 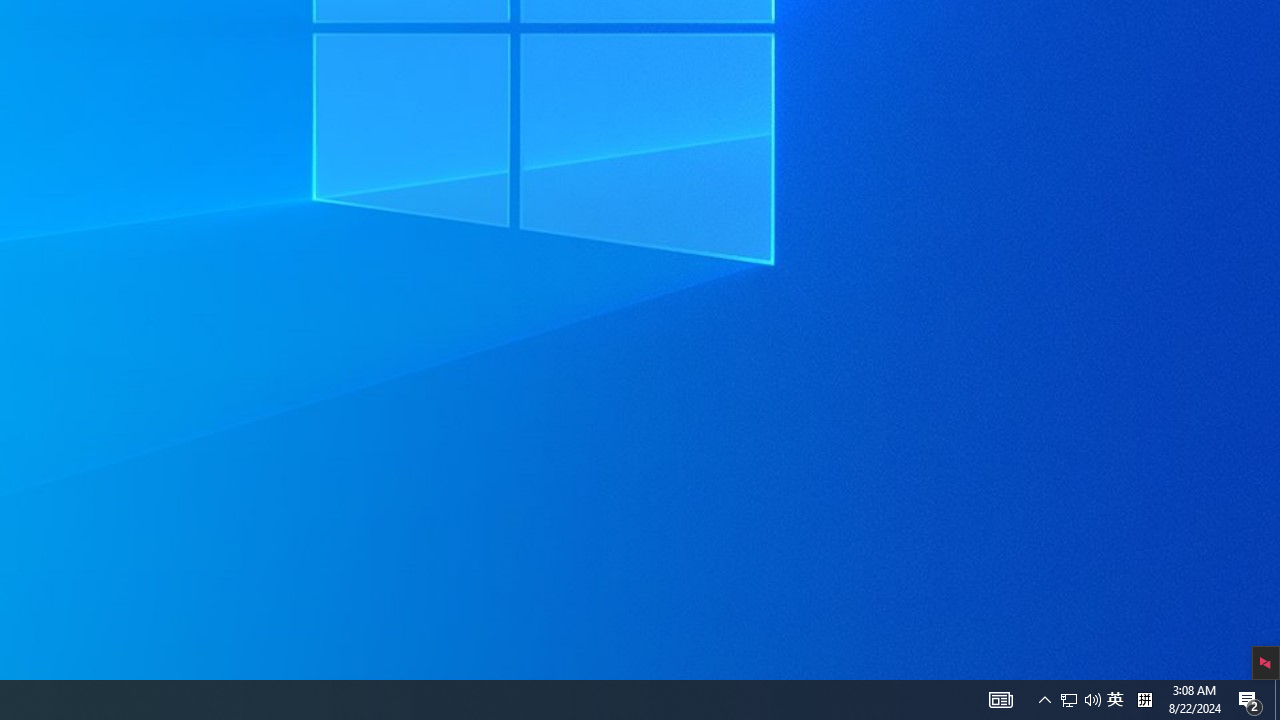 What do you see at coordinates (1276, 698) in the screenshot?
I see `'Action Center, 2 new notifications'` at bounding box center [1276, 698].